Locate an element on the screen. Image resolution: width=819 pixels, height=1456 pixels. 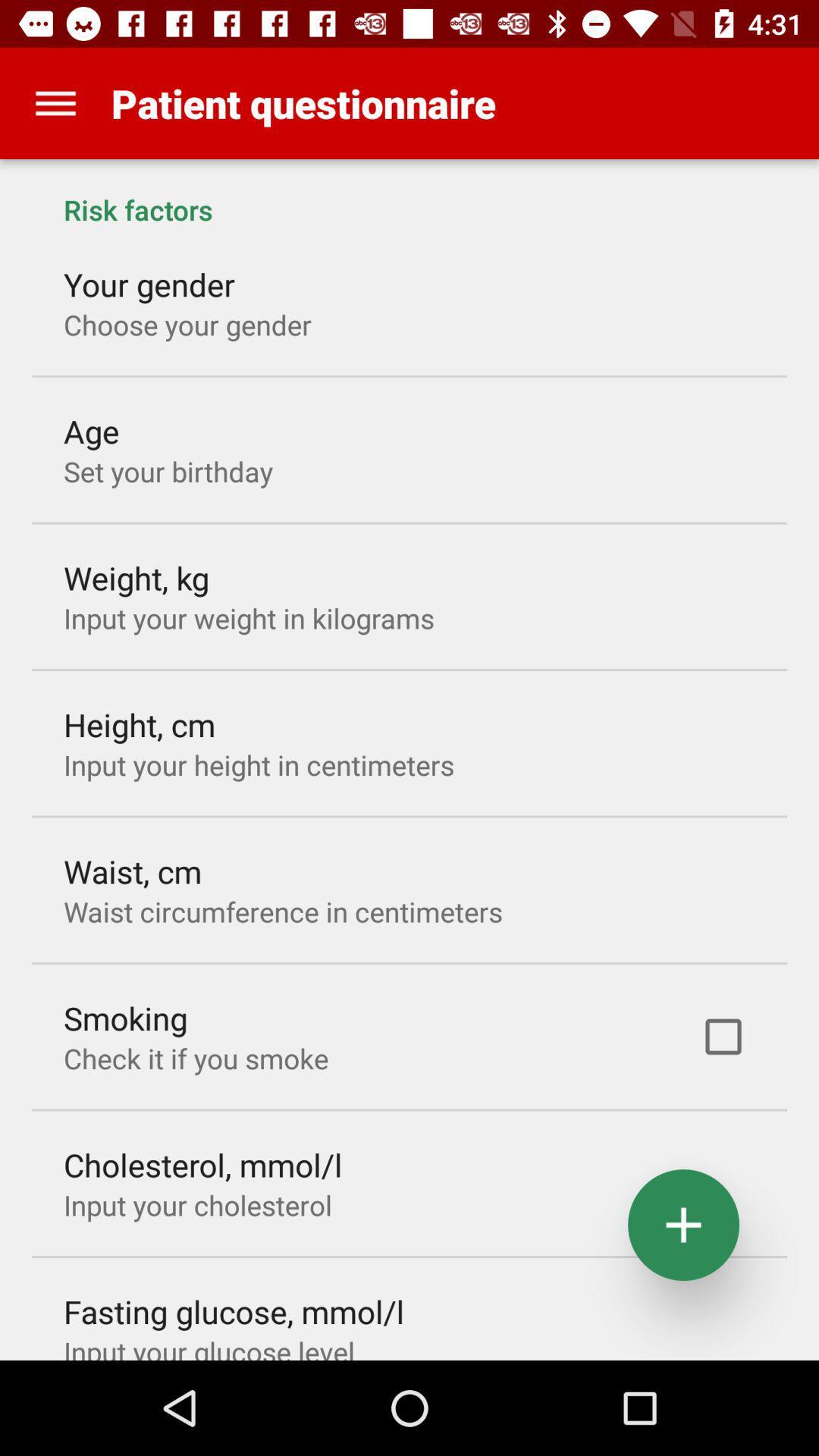
check it if item is located at coordinates (195, 1057).